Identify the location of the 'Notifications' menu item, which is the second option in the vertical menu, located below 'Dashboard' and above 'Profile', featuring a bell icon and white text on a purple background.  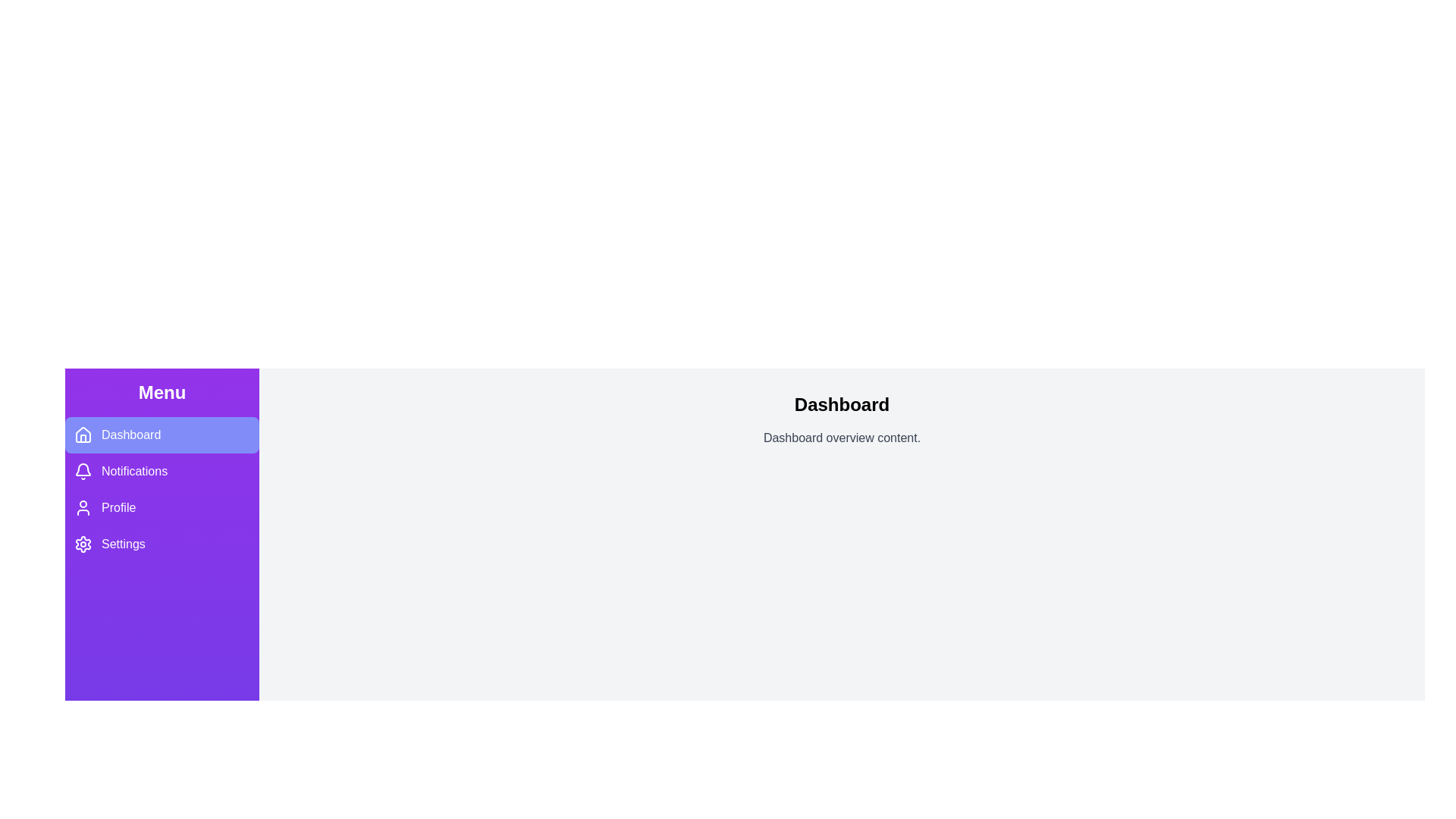
(162, 470).